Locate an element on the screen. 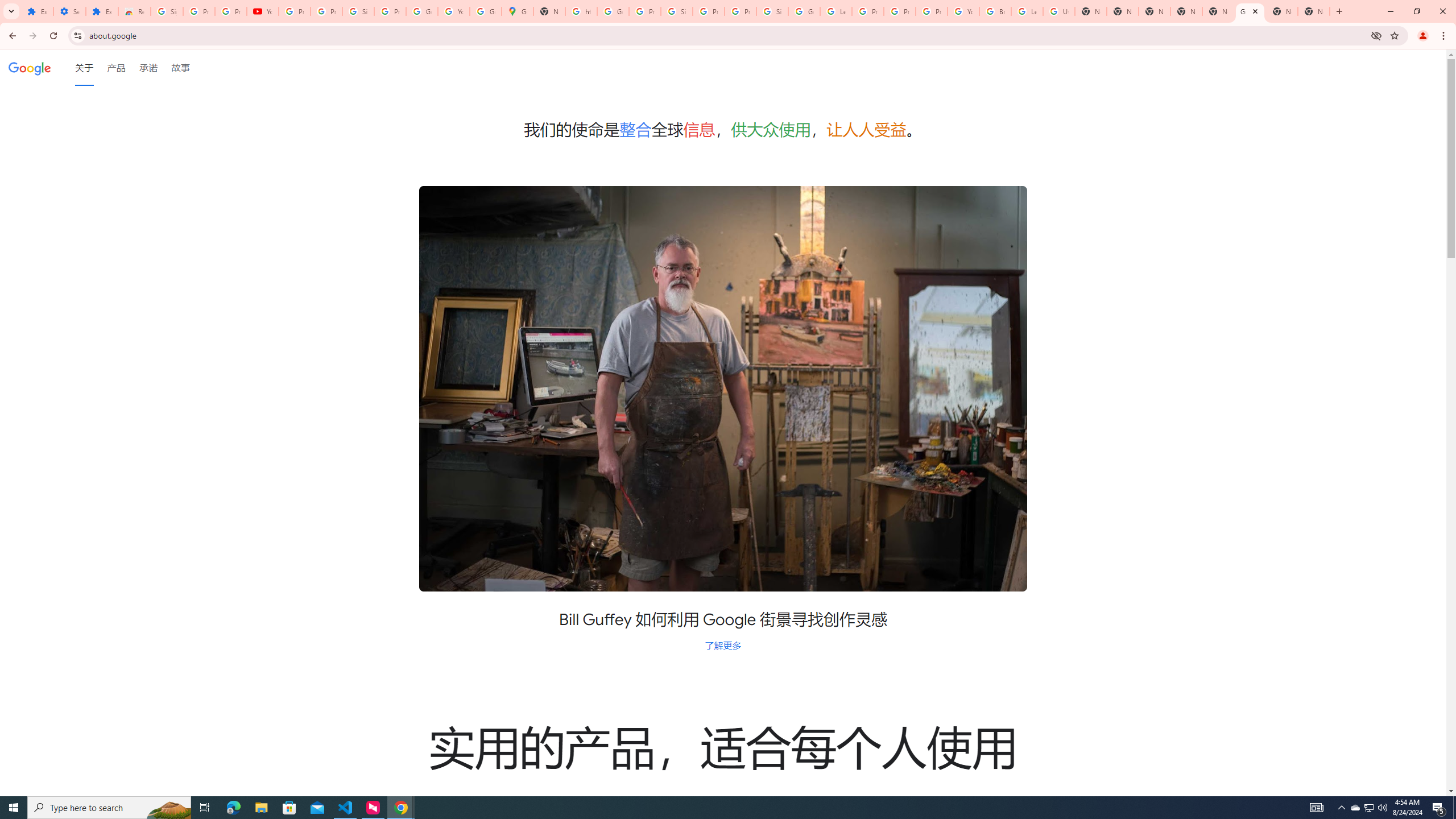  'New Tab' is located at coordinates (1314, 11).